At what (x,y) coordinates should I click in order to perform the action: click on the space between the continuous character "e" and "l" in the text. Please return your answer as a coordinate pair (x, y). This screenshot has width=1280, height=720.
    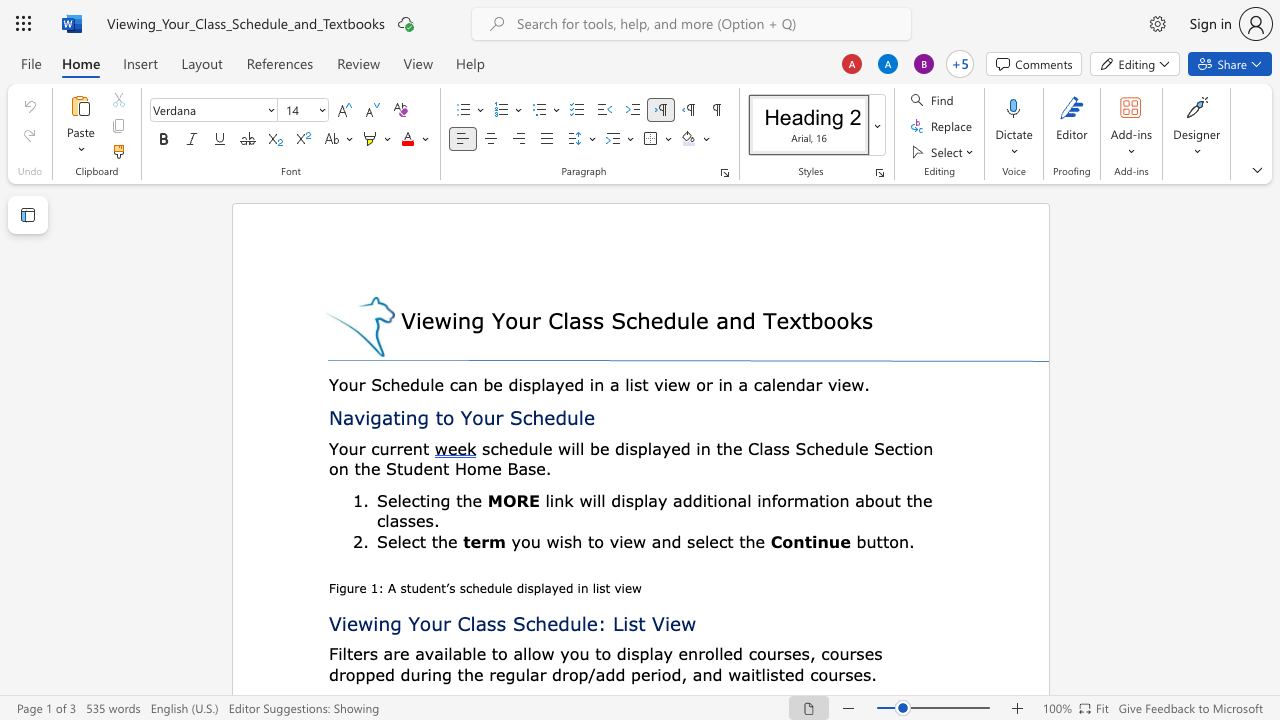
    Looking at the image, I should click on (396, 499).